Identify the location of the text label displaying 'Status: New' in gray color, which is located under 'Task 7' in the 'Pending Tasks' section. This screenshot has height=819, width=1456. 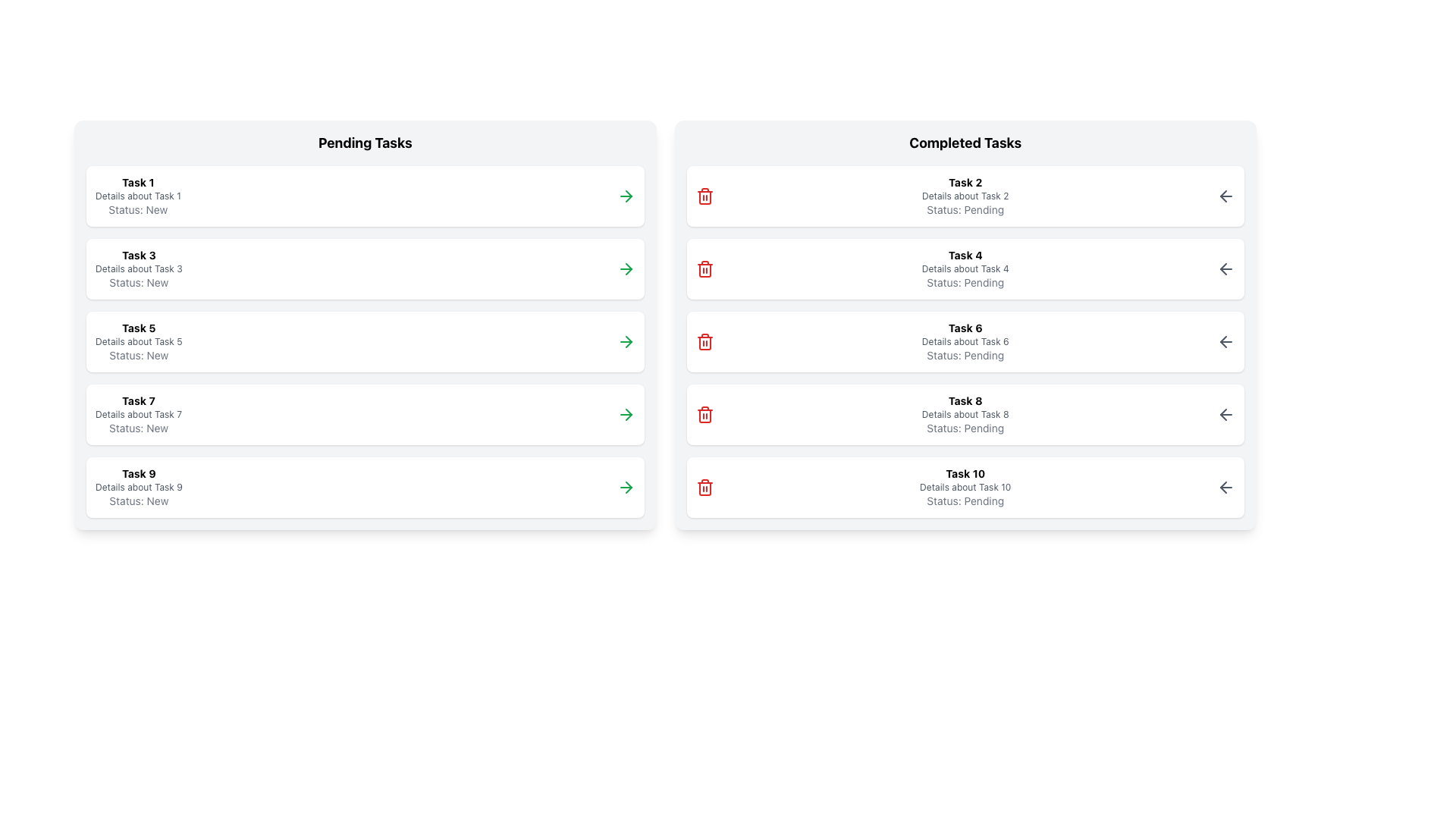
(138, 428).